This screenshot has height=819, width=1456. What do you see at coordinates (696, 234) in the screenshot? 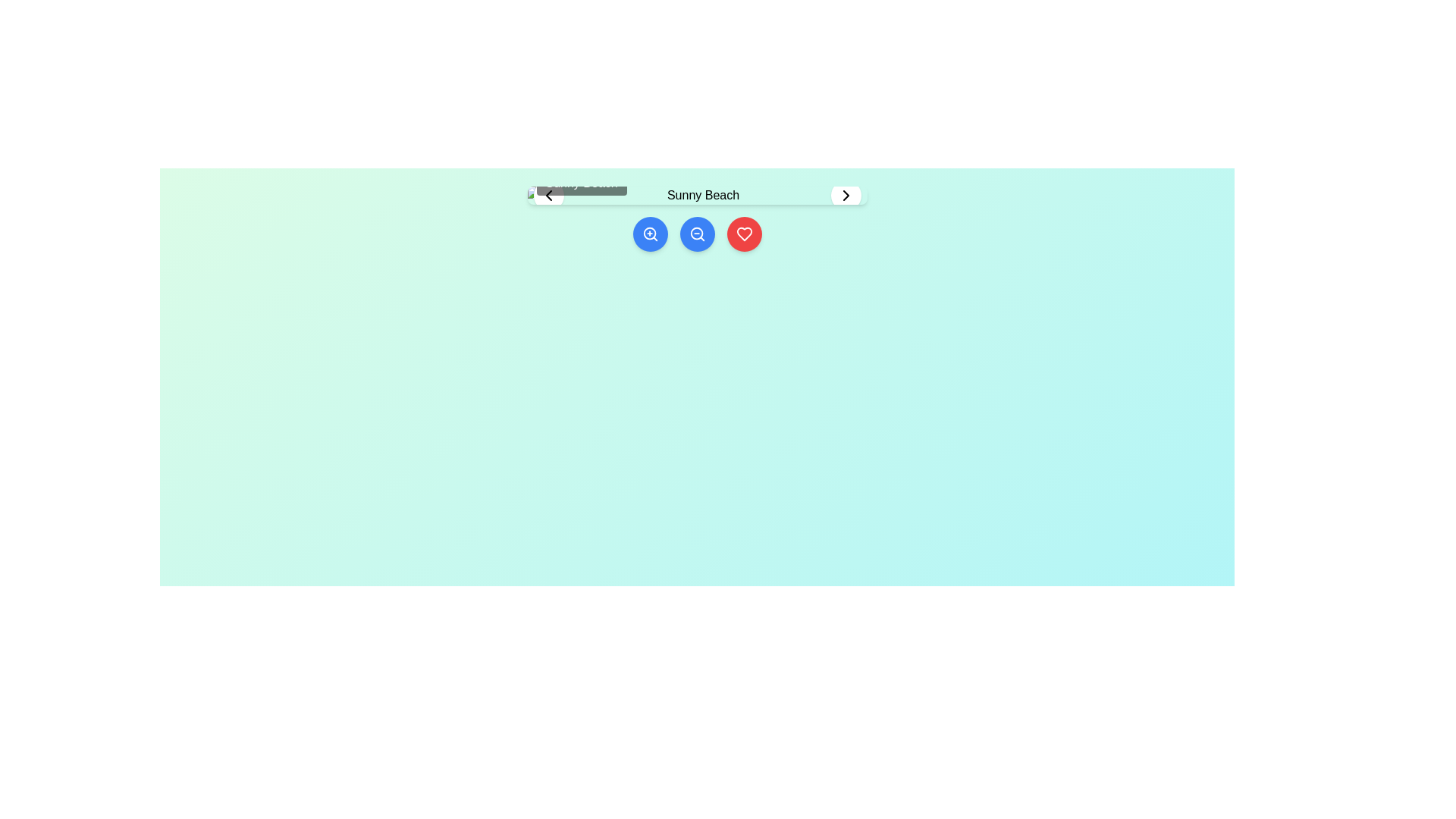
I see `the circular blue button with a magnifying glass icon, located under the 'Sunny Beach' label, to activate hover effects` at bounding box center [696, 234].